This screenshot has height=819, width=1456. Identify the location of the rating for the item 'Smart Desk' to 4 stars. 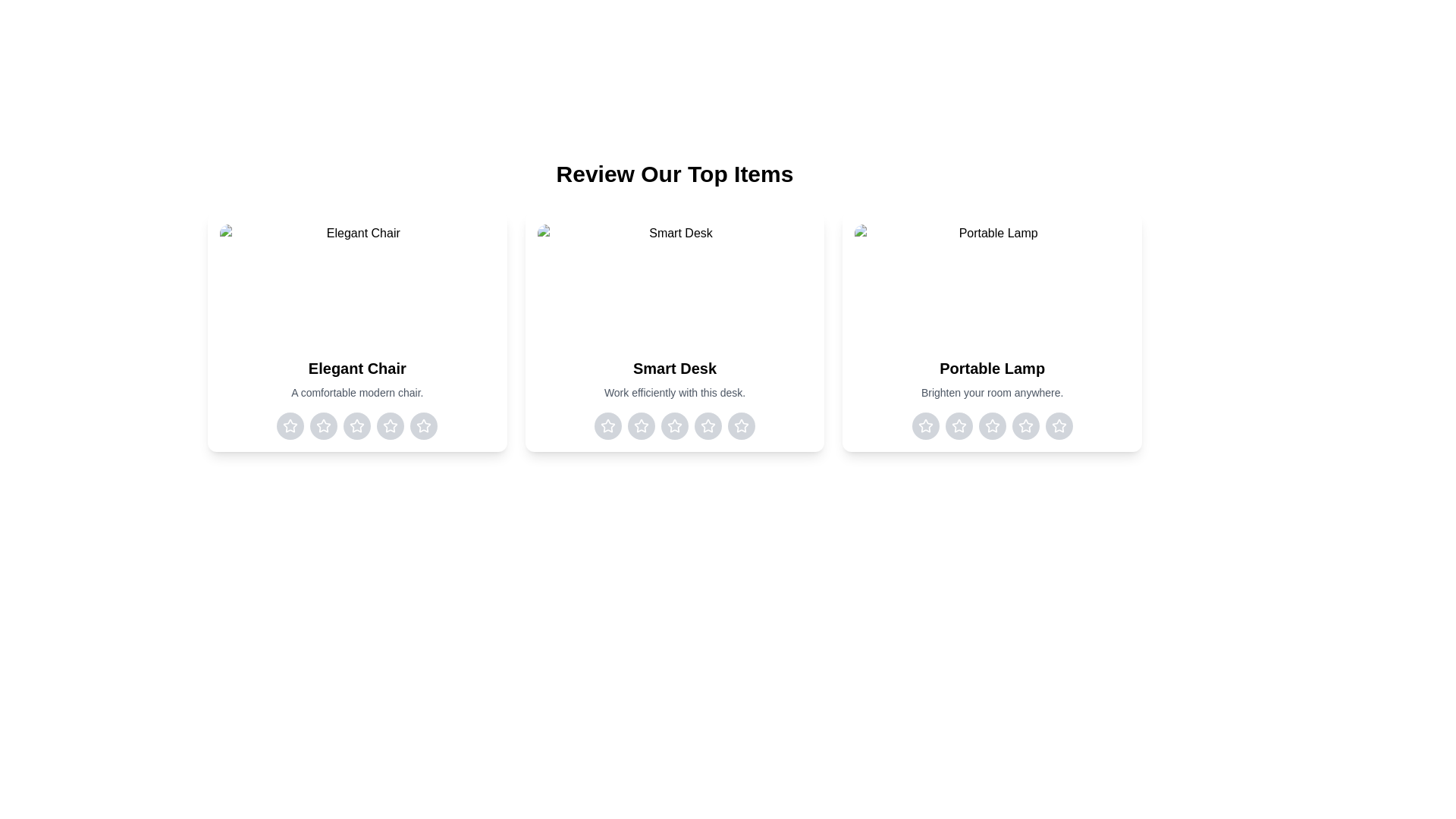
(706, 426).